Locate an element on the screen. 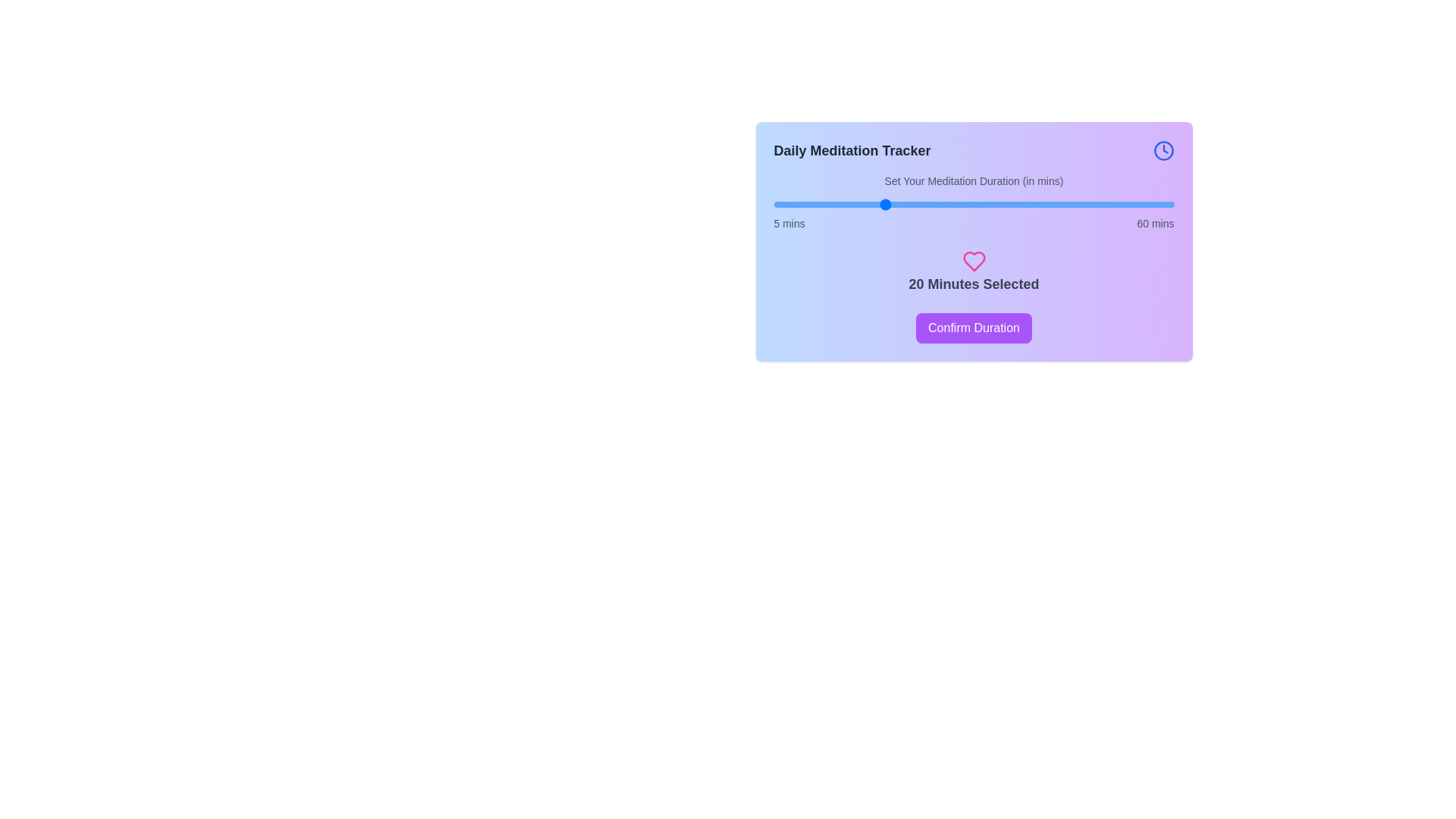  the meditation duration to 50 minutes using the slider is located at coordinates (1101, 205).